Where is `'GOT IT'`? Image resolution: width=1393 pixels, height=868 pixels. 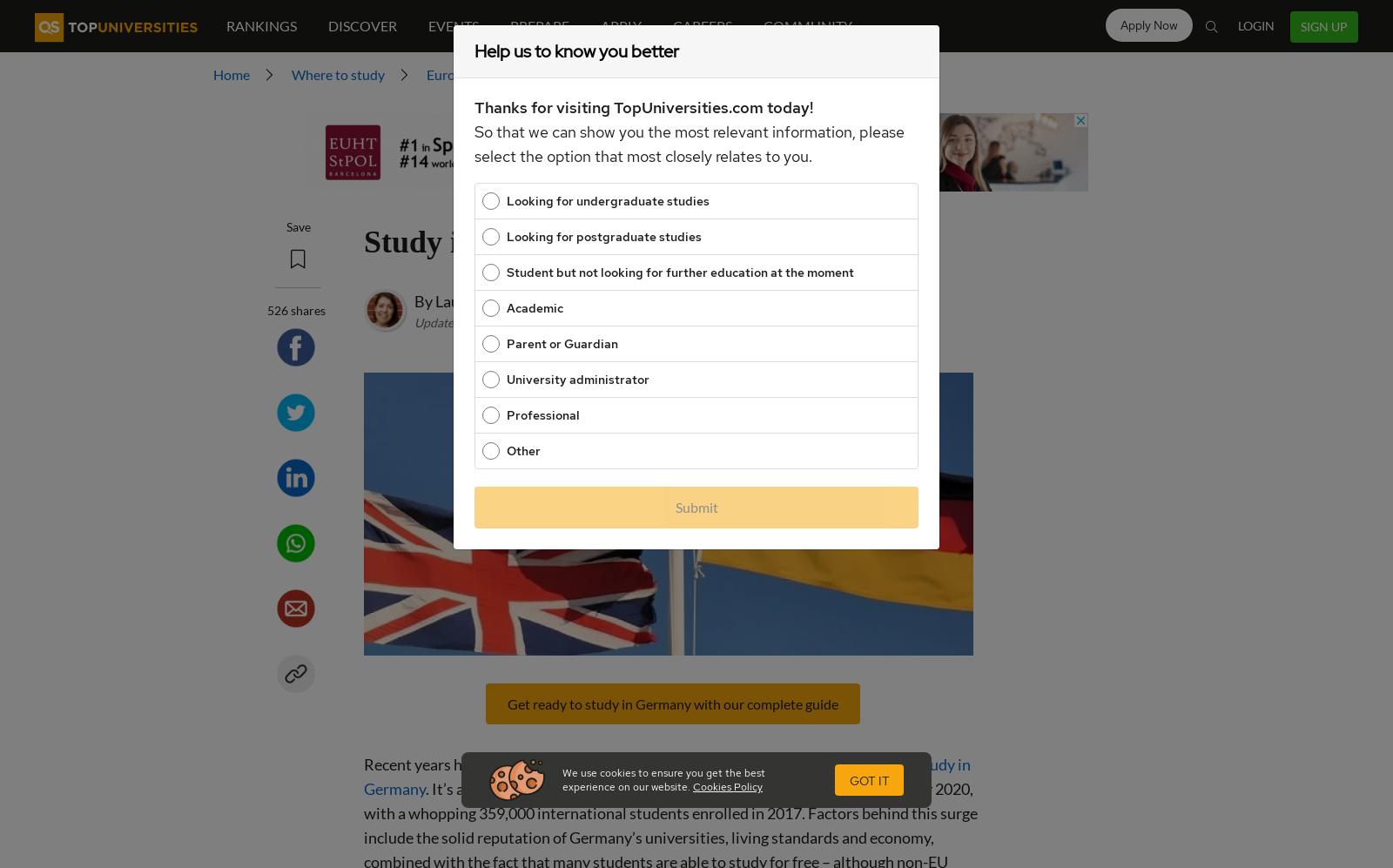
'GOT IT' is located at coordinates (869, 780).